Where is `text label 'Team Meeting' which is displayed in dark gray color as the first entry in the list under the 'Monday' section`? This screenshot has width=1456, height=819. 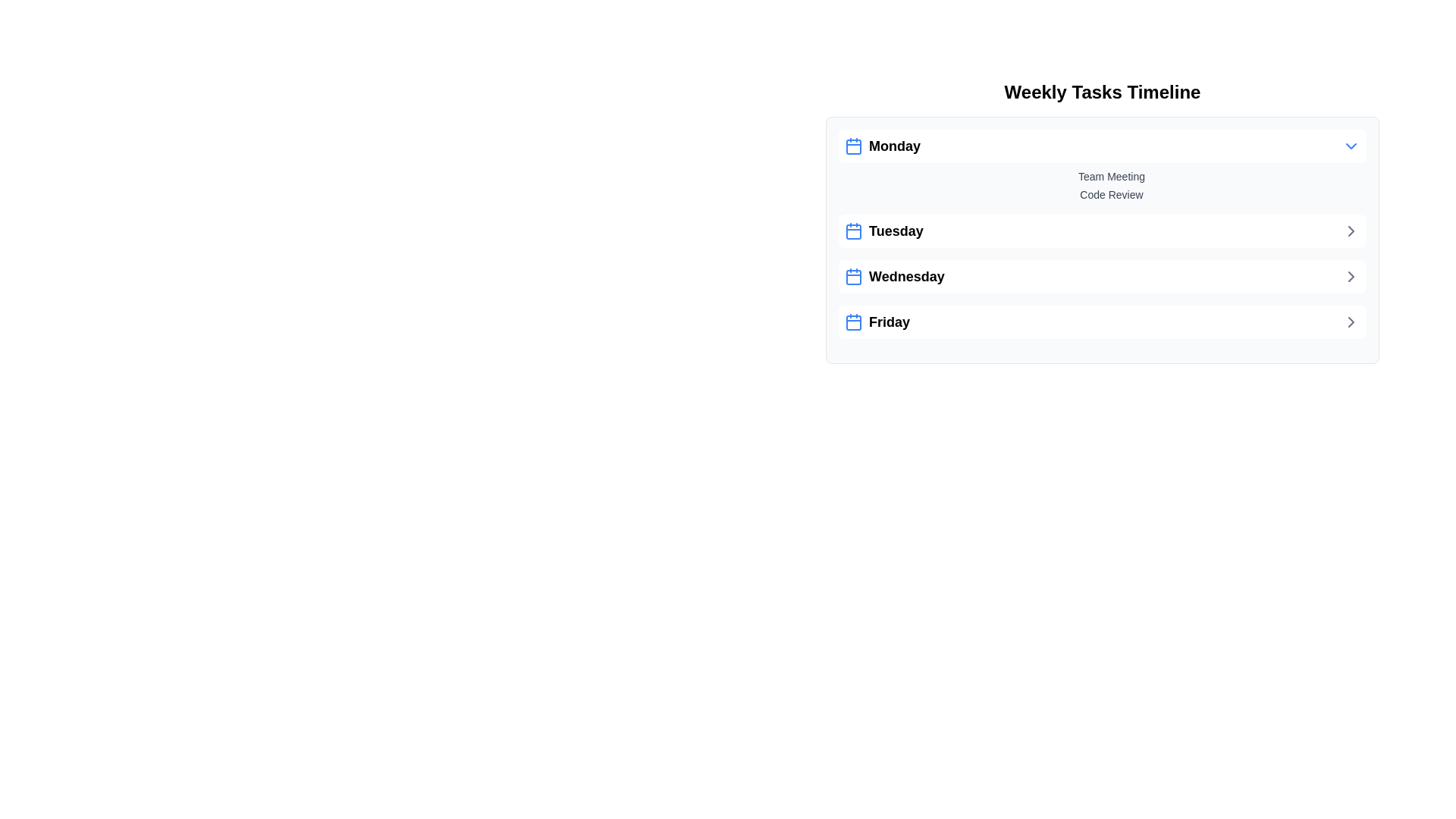 text label 'Team Meeting' which is displayed in dark gray color as the first entry in the list under the 'Monday' section is located at coordinates (1111, 175).